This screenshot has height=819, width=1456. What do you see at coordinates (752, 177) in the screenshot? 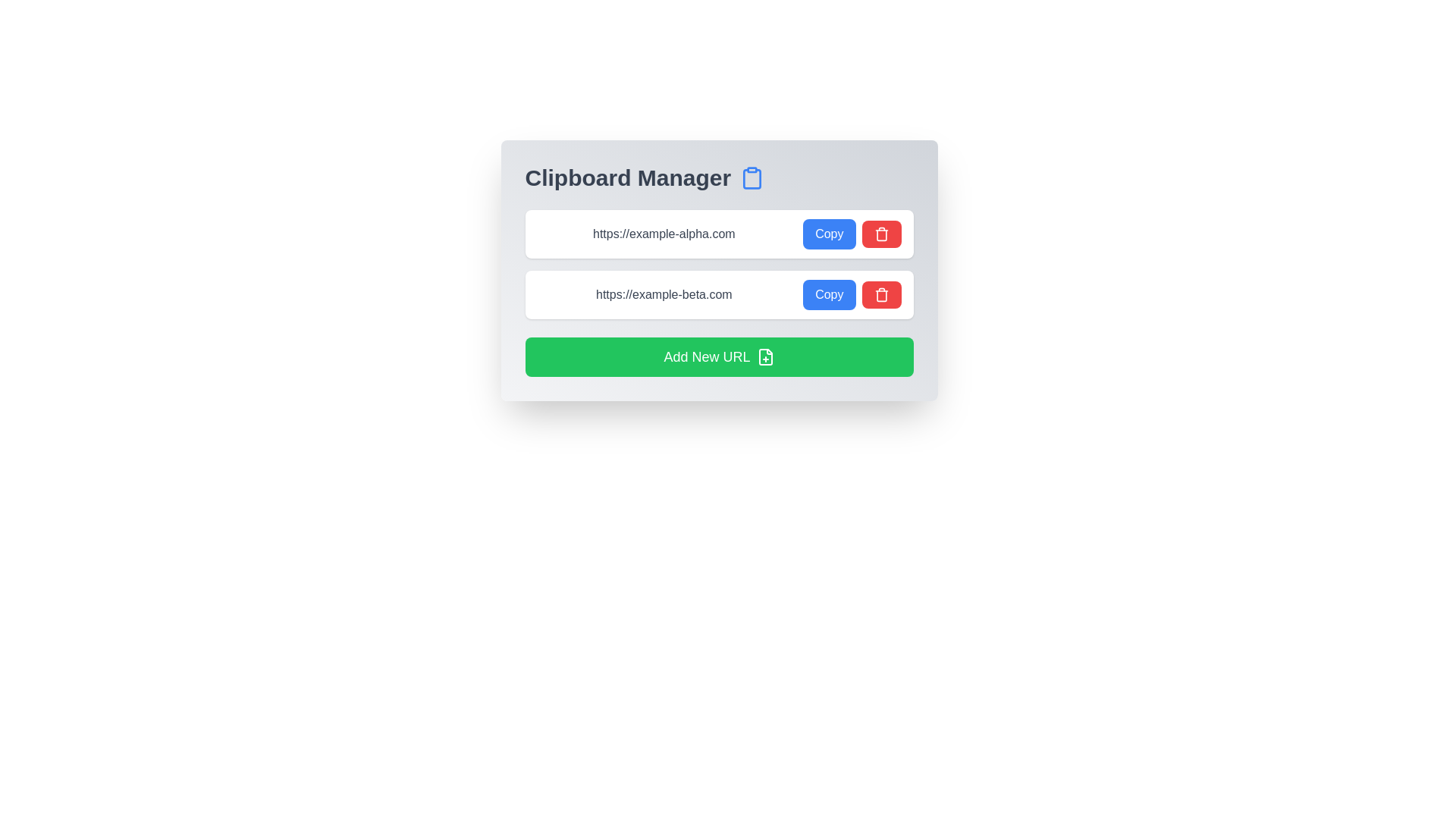
I see `the clipboard icon representing the 'Clipboard Manager', located in the header region next to the text 'Clipboard Manager'` at bounding box center [752, 177].